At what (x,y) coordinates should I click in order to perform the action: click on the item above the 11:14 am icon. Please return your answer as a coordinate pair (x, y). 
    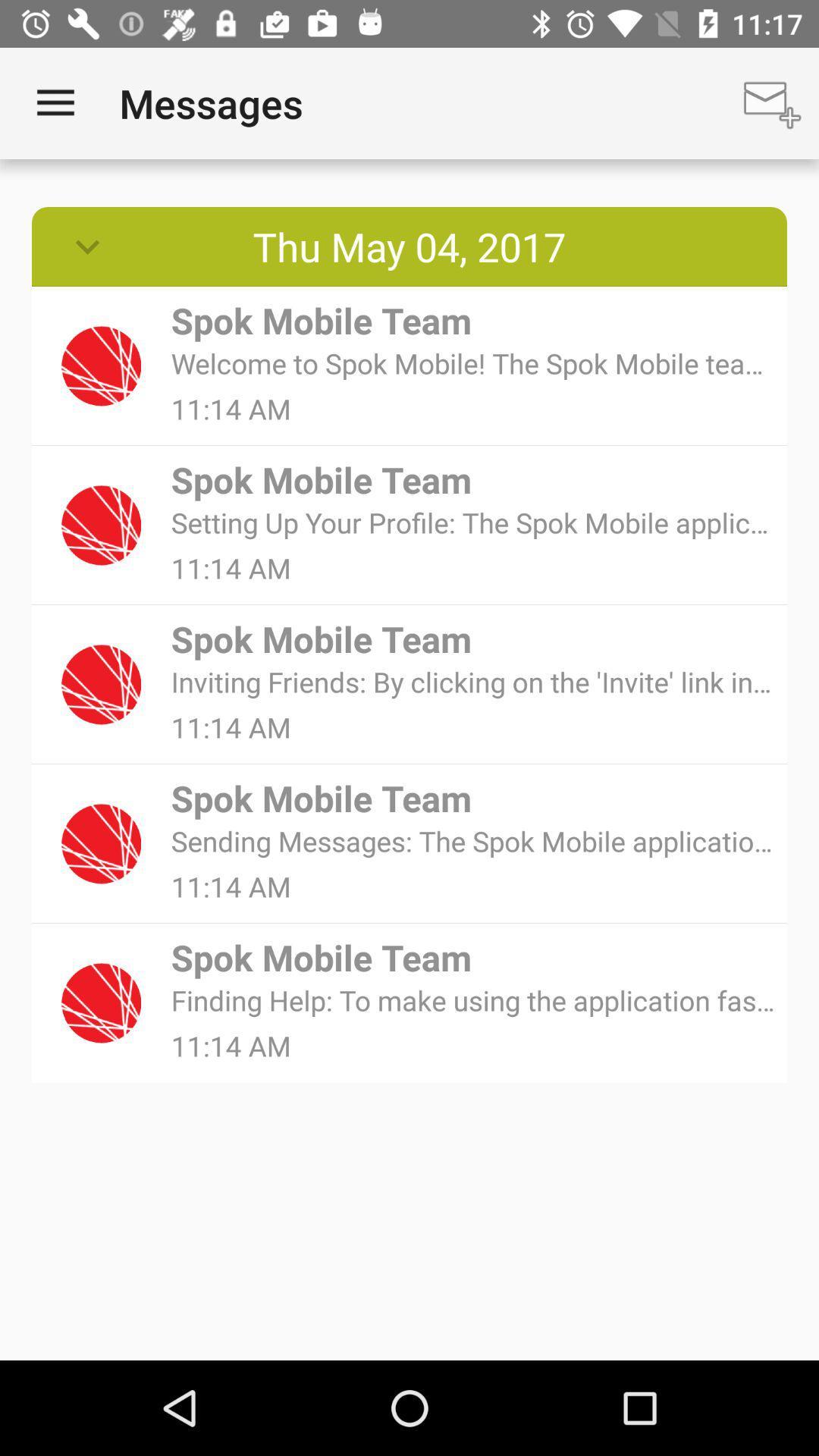
    Looking at the image, I should click on (473, 681).